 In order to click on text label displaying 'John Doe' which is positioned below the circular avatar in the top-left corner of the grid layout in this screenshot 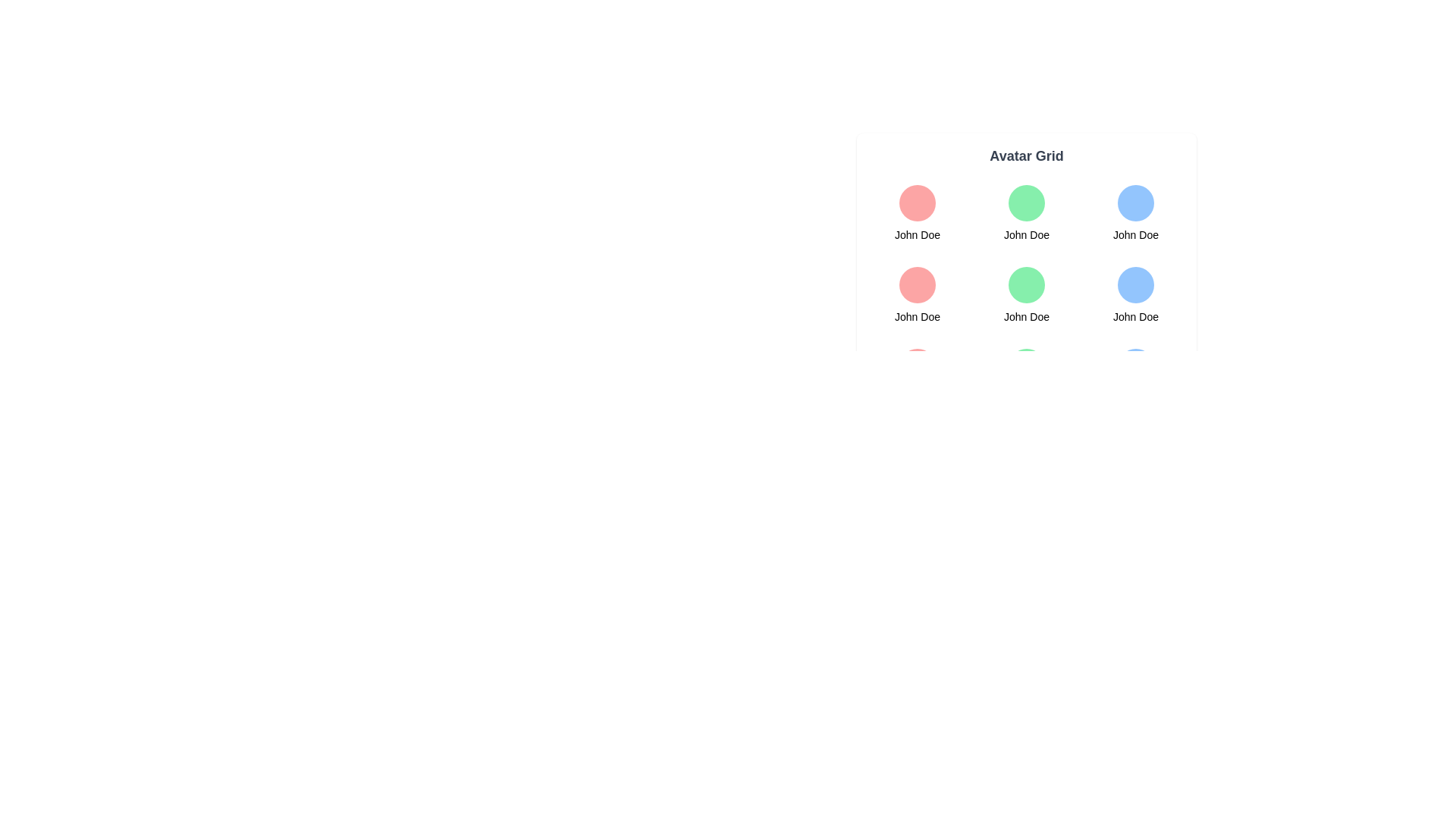, I will do `click(916, 234)`.